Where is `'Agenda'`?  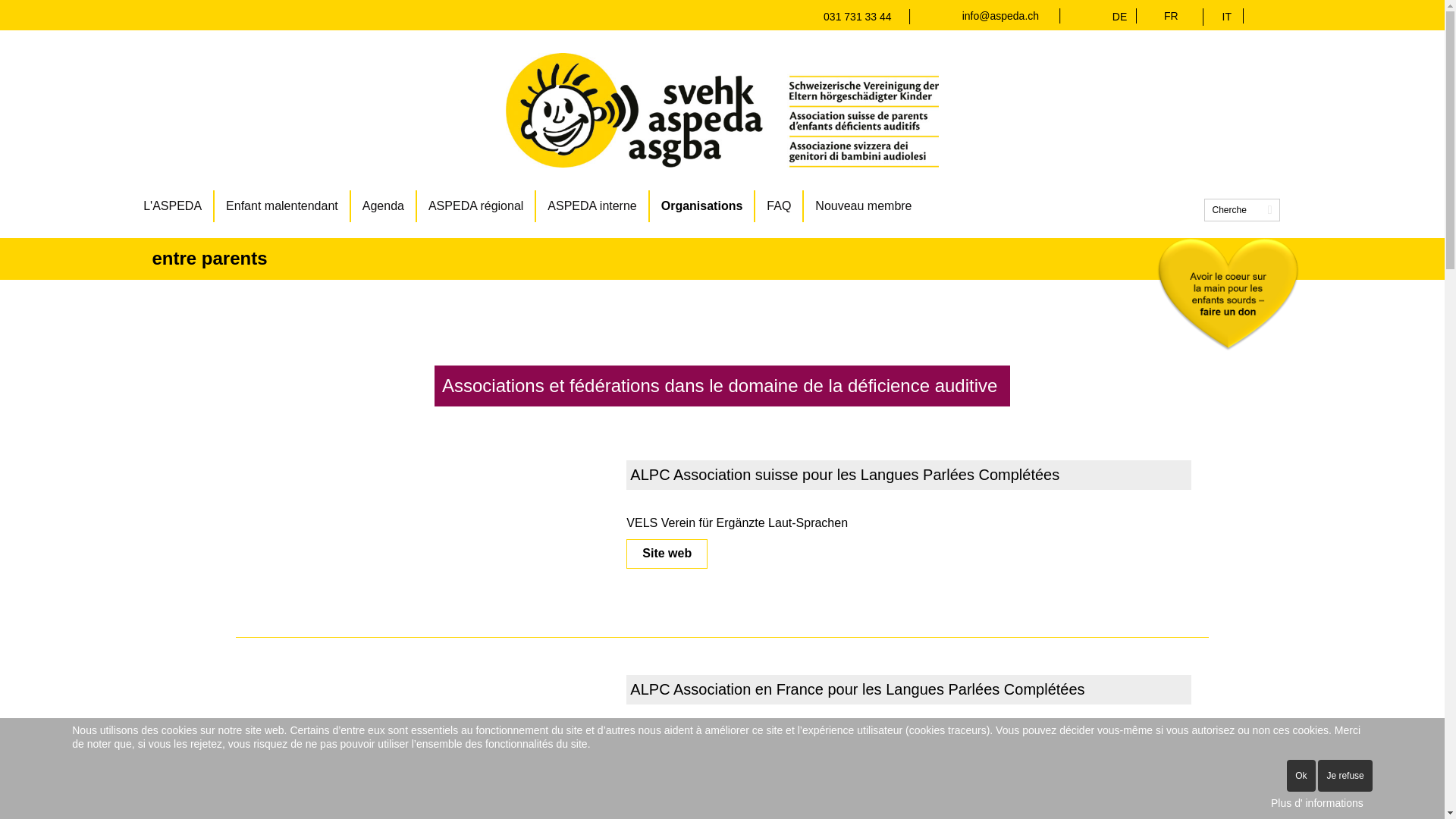
'Agenda' is located at coordinates (384, 206).